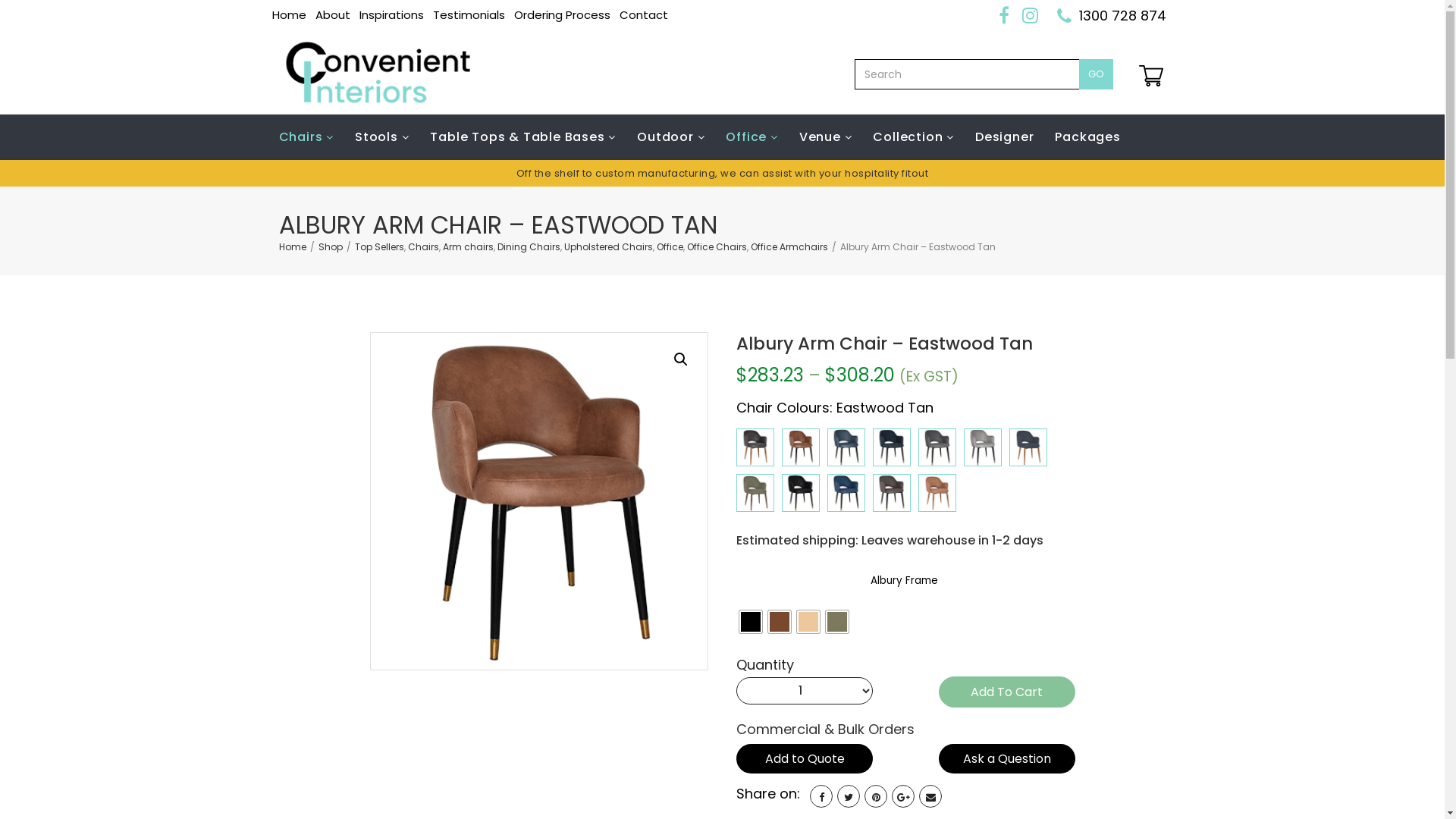  What do you see at coordinates (983, 447) in the screenshot?
I see `'Albury Arm Chair - Gravity Steel'` at bounding box center [983, 447].